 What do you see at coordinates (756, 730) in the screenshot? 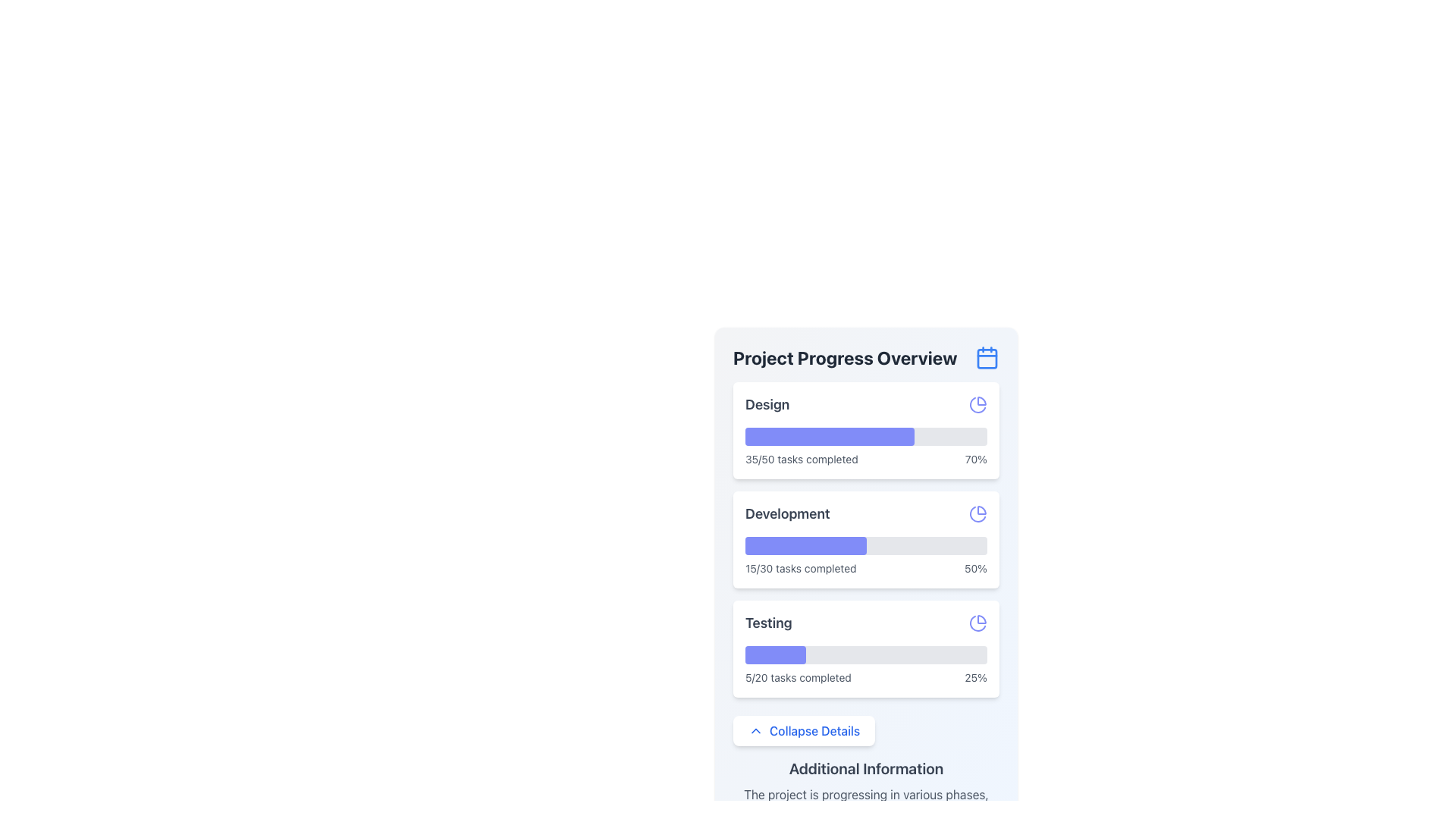
I see `the chevron icon located to the left of the 'Collapse Details' text` at bounding box center [756, 730].